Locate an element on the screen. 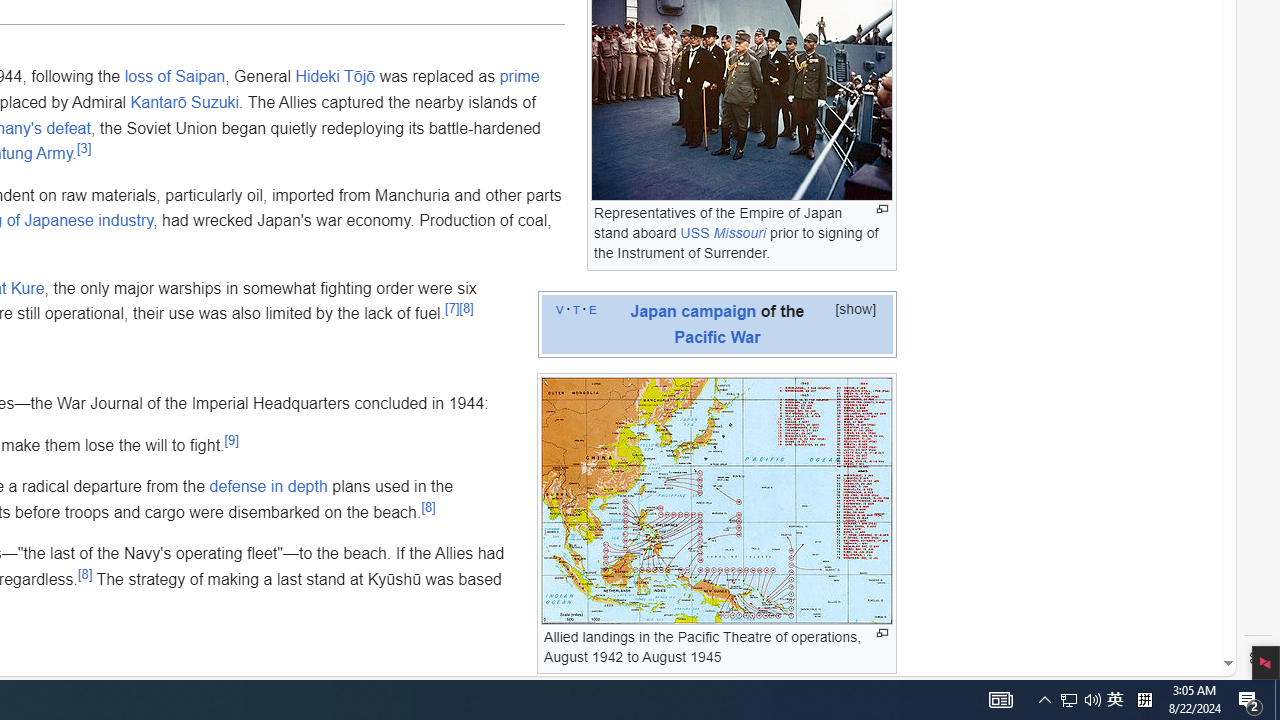  'e' is located at coordinates (591, 308).